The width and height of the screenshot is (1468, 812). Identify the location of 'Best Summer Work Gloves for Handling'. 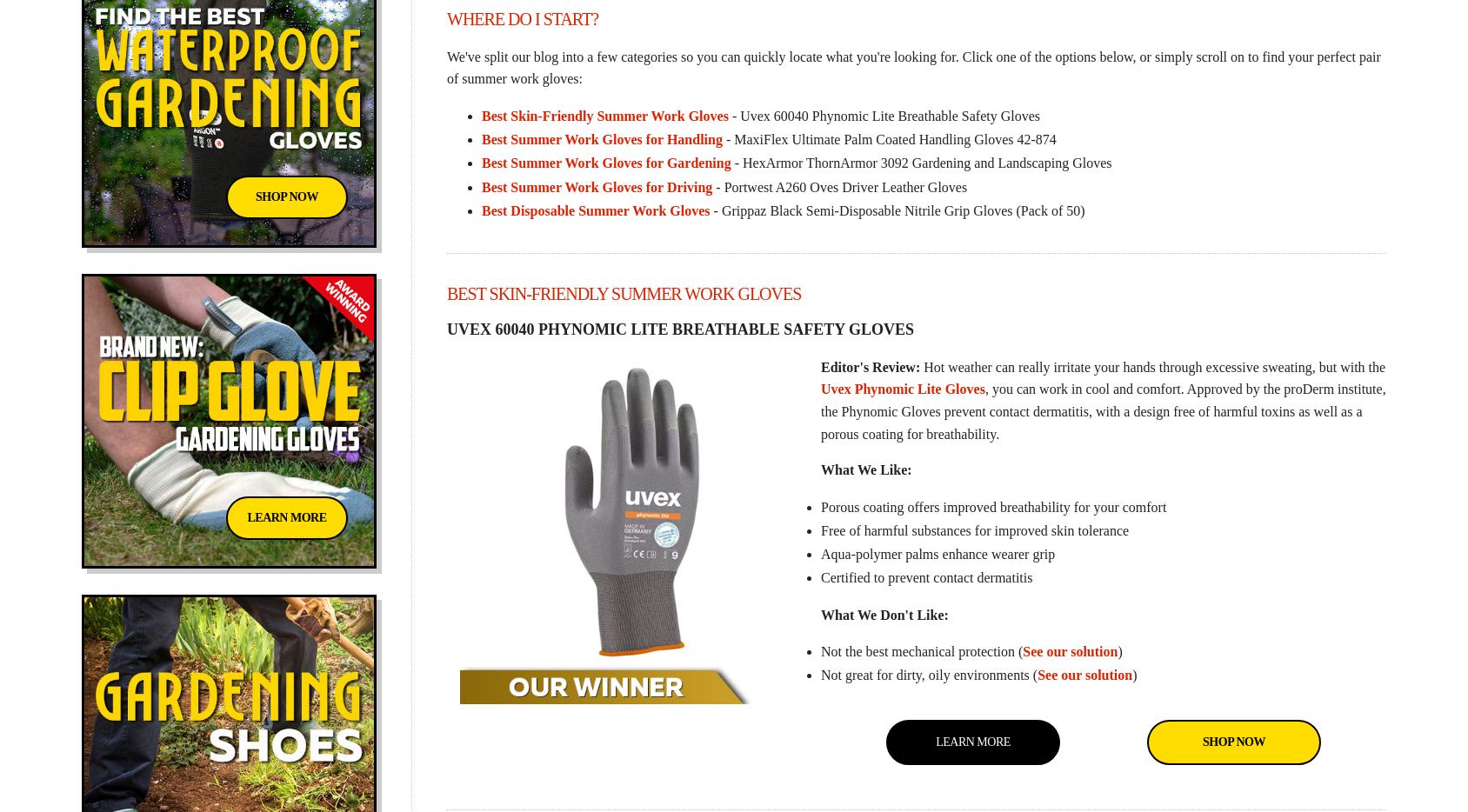
(601, 139).